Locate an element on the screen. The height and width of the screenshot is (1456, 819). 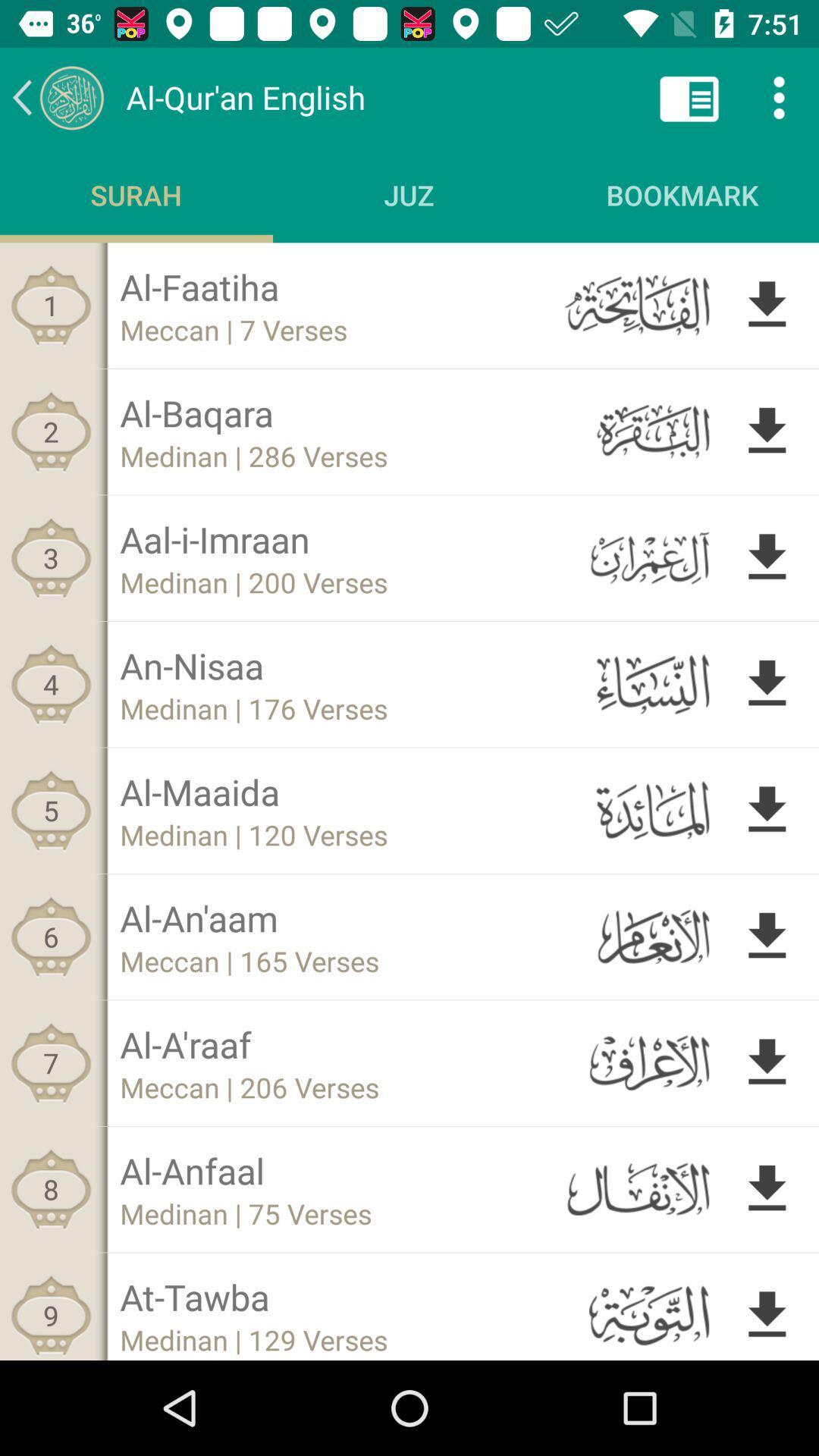
download item is located at coordinates (767, 809).